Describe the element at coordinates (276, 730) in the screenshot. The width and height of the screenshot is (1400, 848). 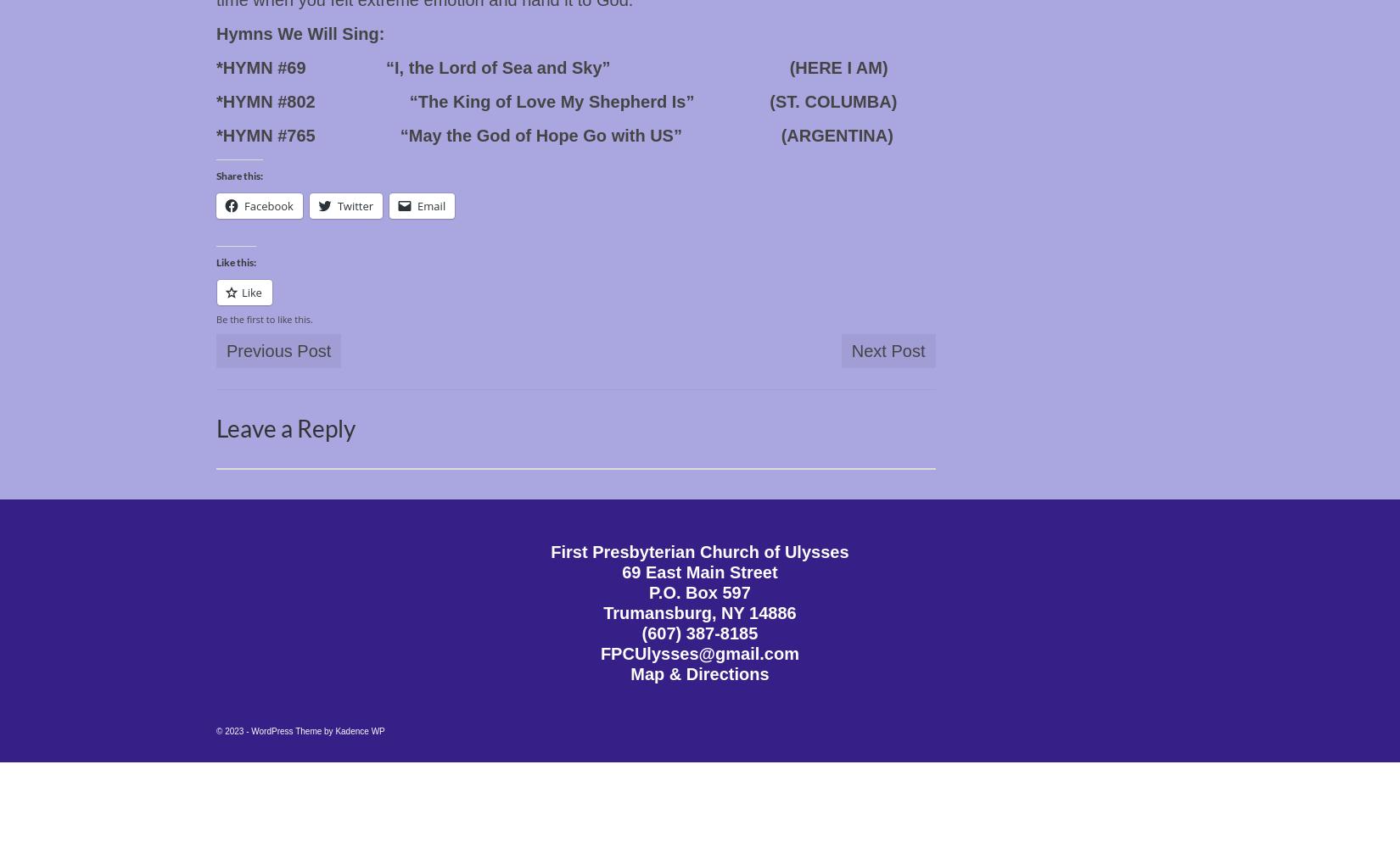
I see `'© 2023                        - WordPress Theme by'` at that location.